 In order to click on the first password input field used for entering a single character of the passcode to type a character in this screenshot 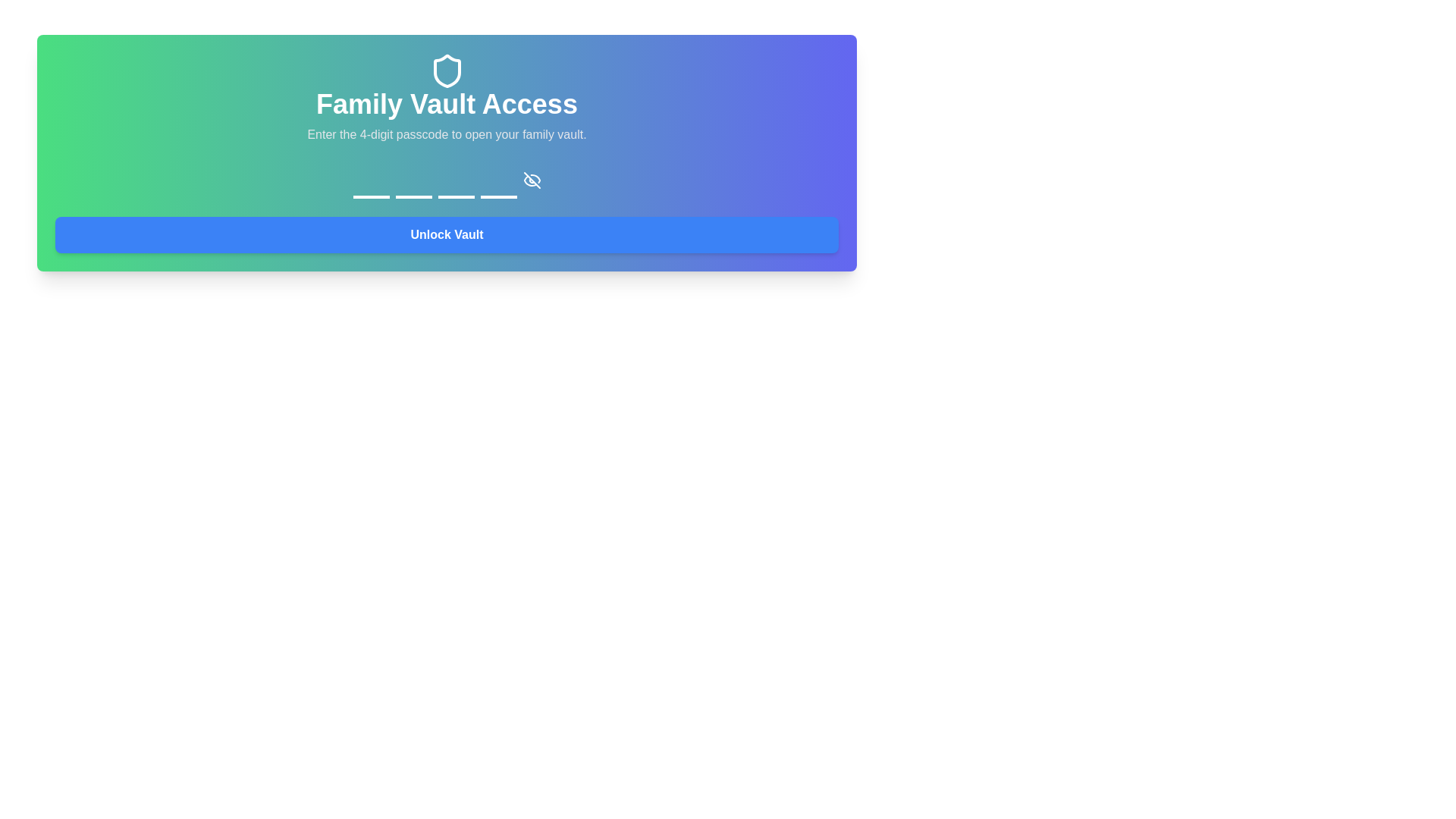, I will do `click(371, 180)`.